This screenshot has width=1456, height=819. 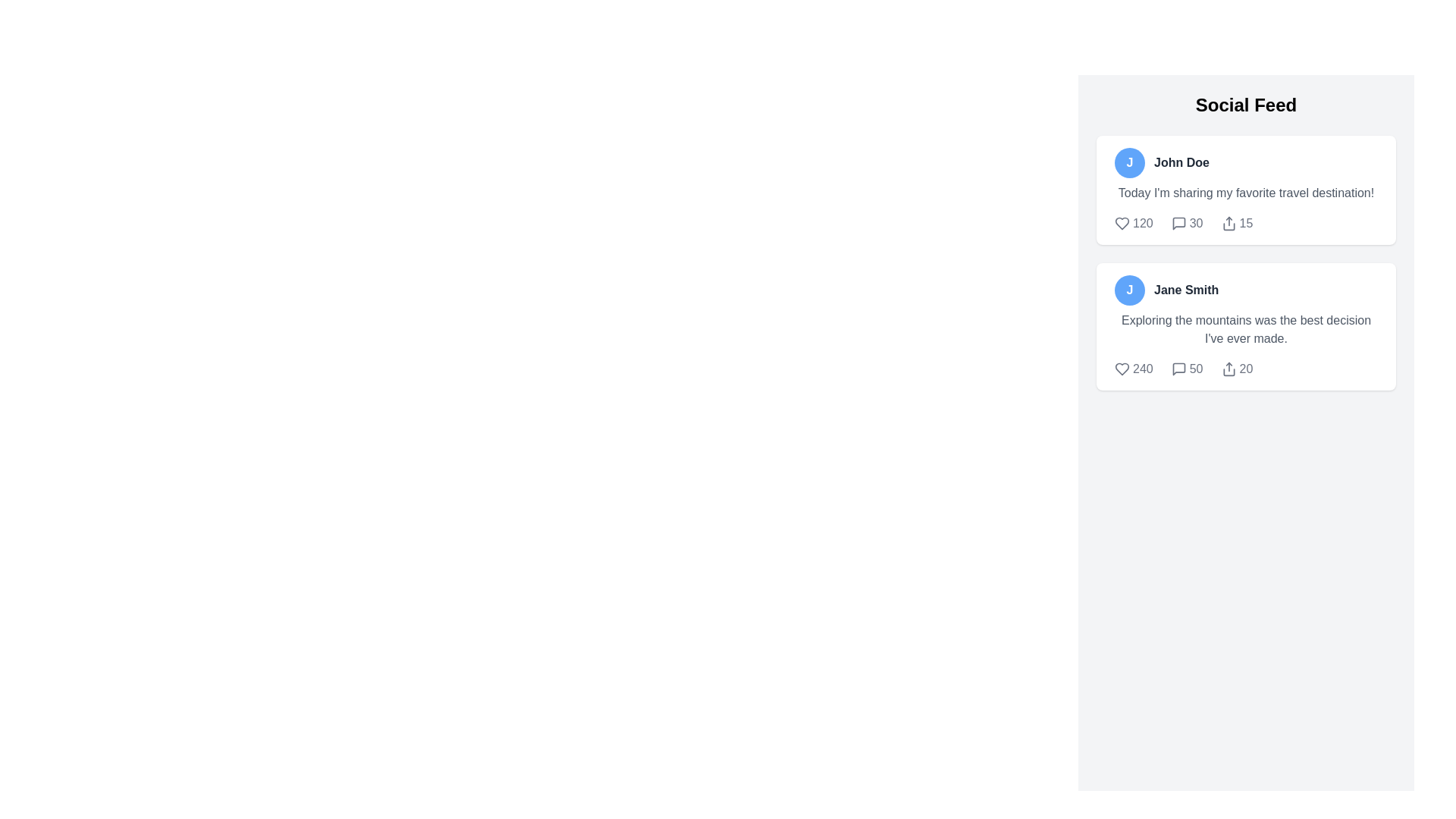 I want to click on the text label displaying 'John Doe', so click(x=1181, y=163).